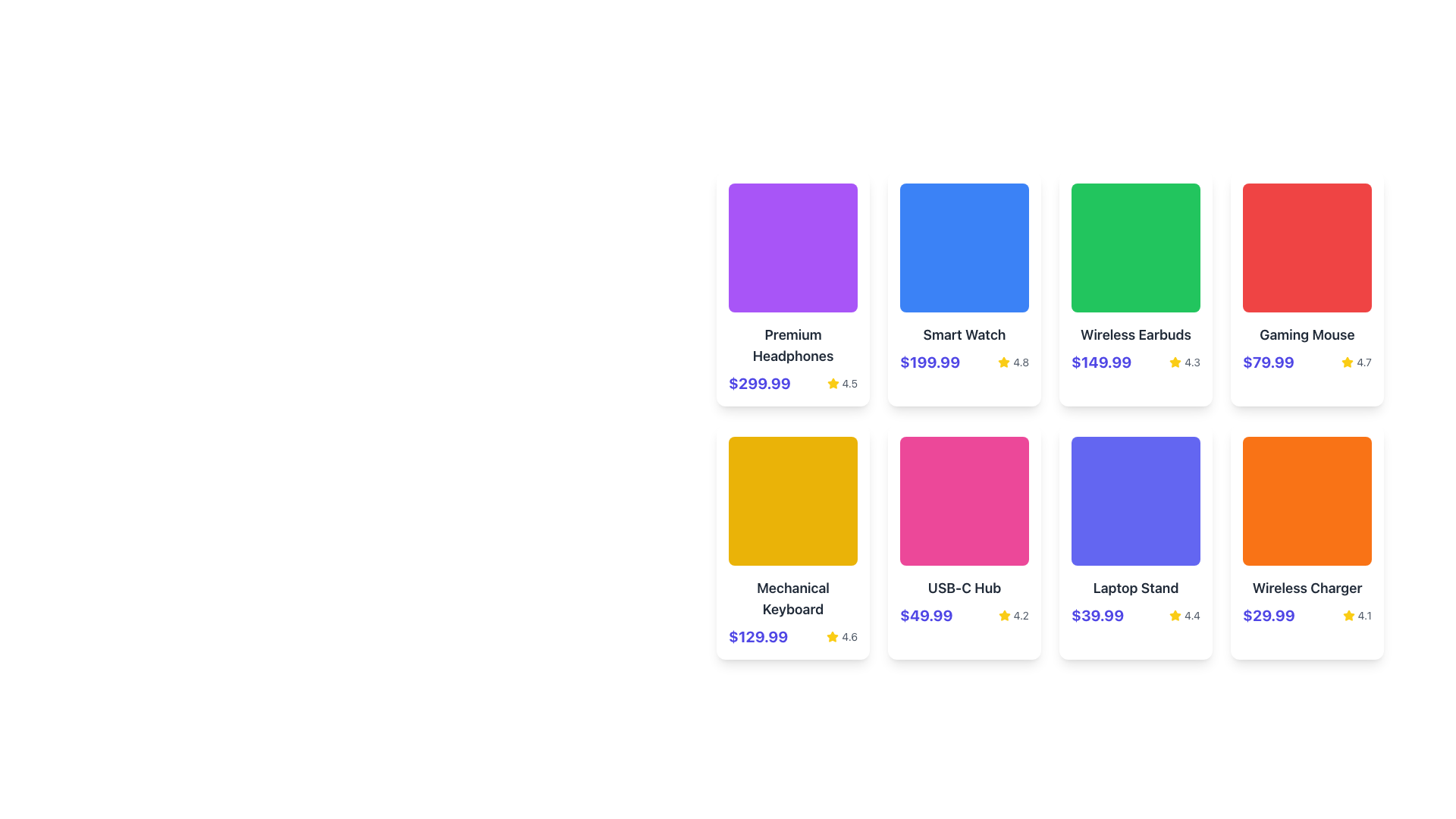 The image size is (1456, 819). Describe the element at coordinates (841, 382) in the screenshot. I see `the average user rating displayed next to the price for the 'Premium Headphones' product` at that location.